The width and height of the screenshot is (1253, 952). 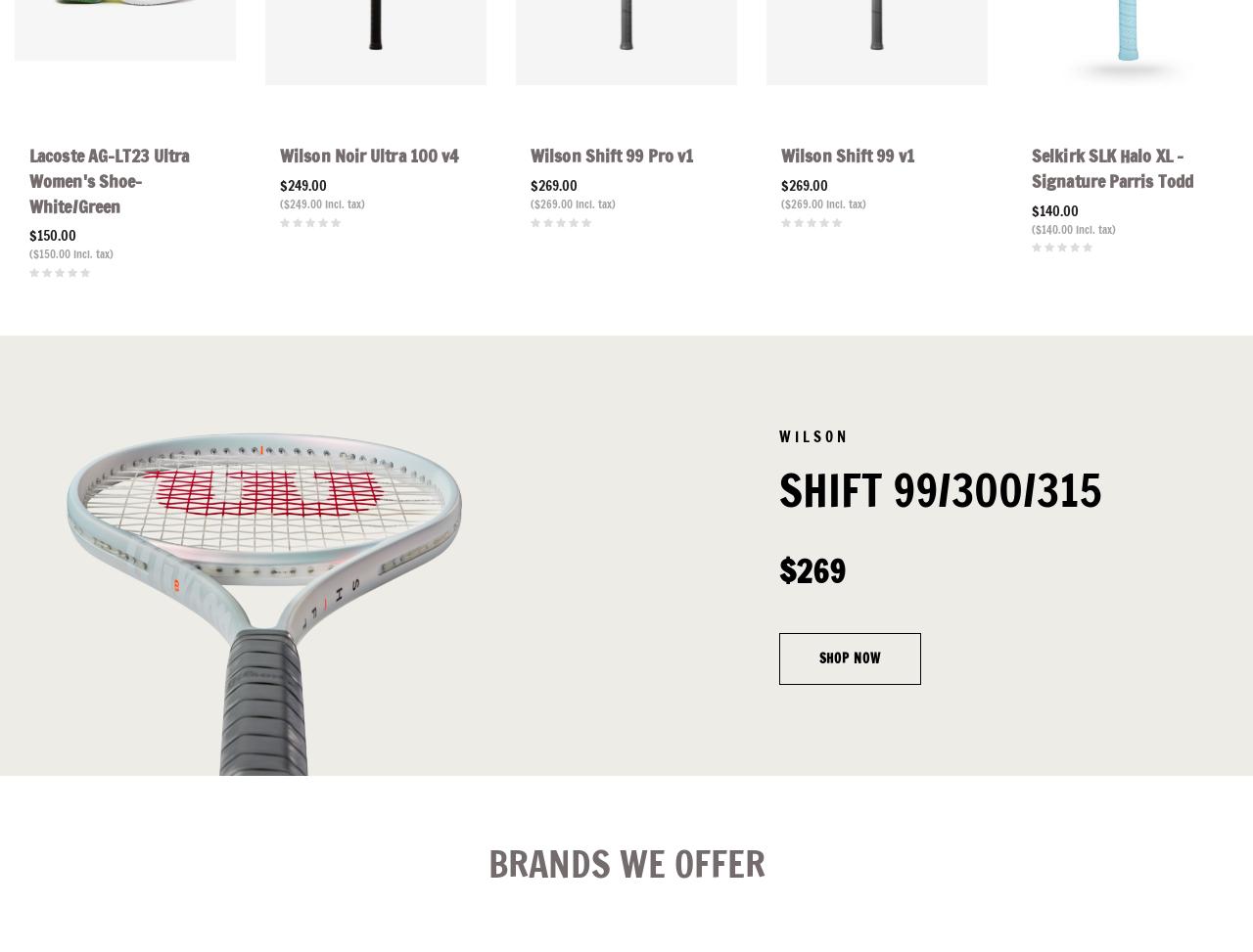 I want to click on 'Selkirk SLK Halo XL - Signature Parris Todd', so click(x=1112, y=167).